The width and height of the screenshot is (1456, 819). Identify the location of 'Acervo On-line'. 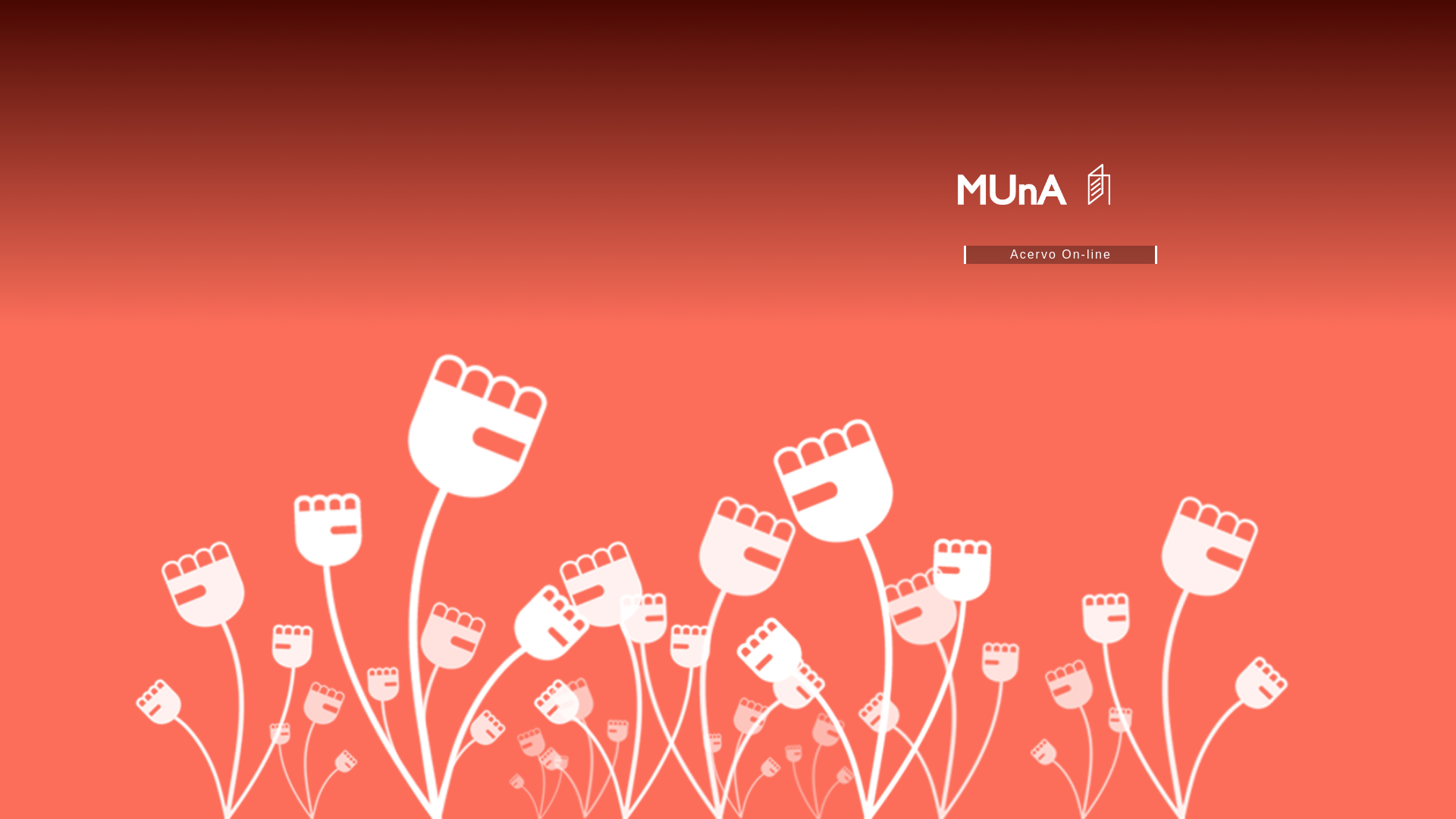
(1059, 253).